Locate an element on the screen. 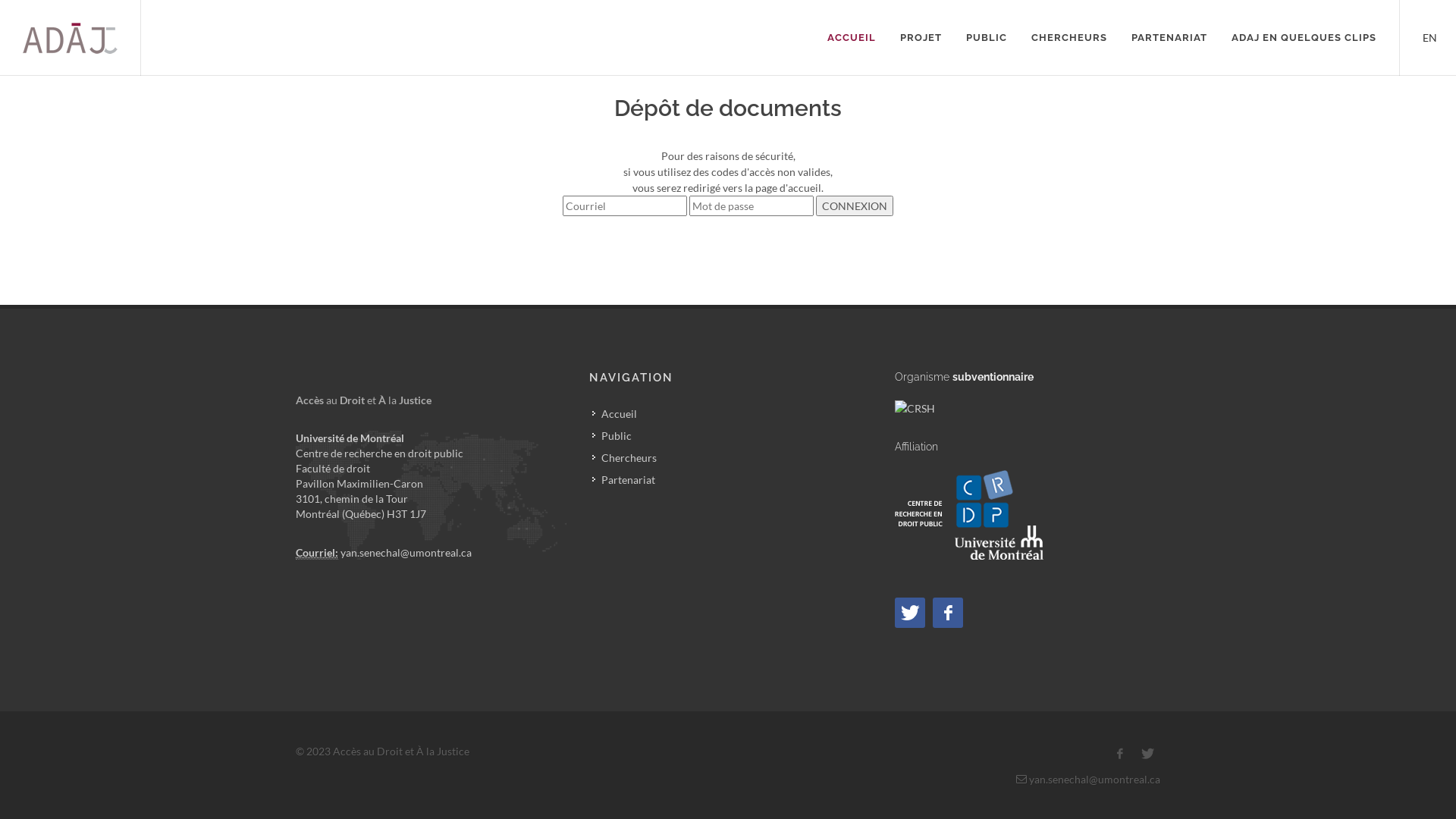  'Chercheurs' is located at coordinates (626, 456).